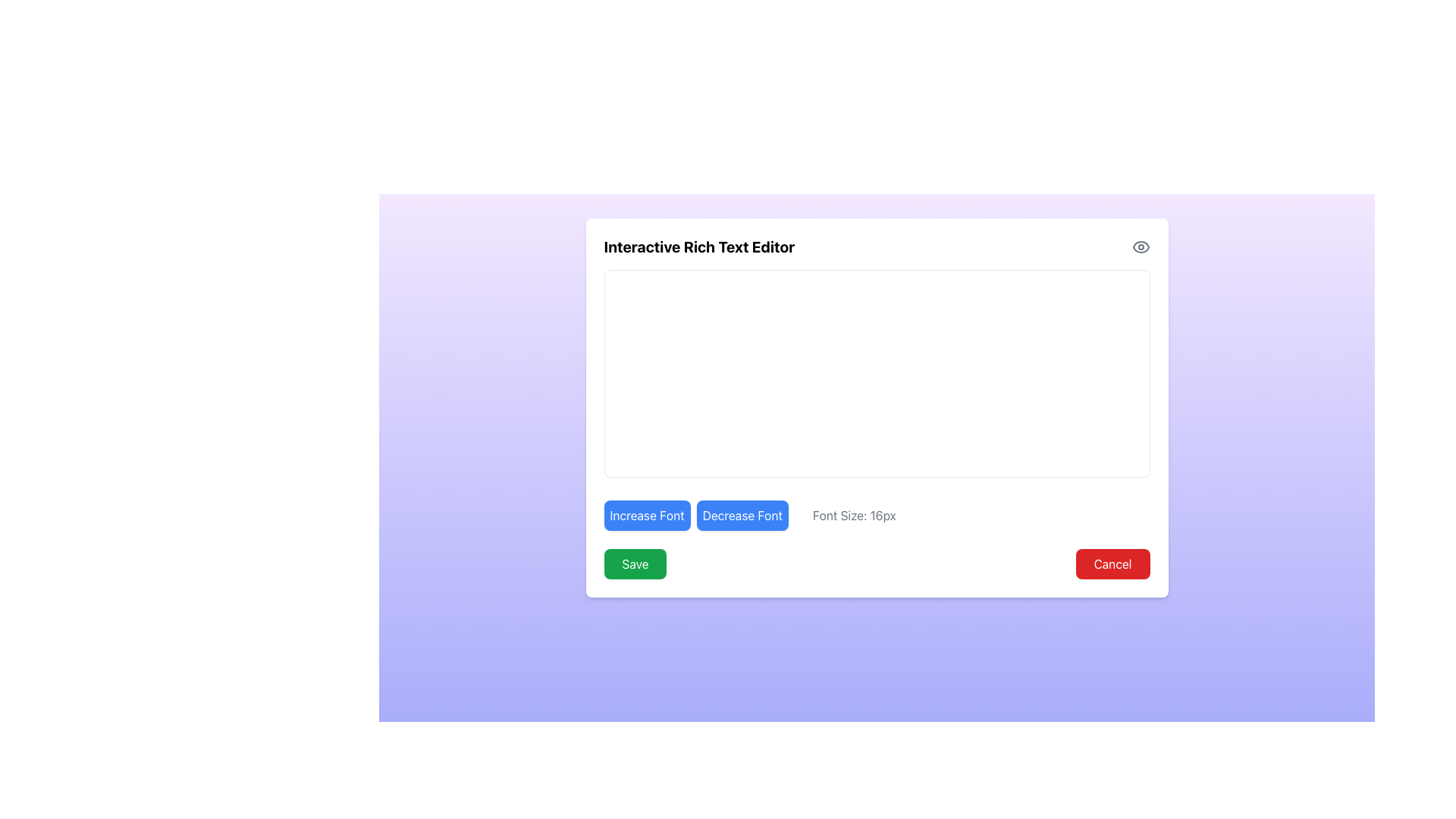 The width and height of the screenshot is (1456, 819). I want to click on the 'Decrease Font' button in the group of font size adjustment buttons located at the bottom left section of the text editor, so click(695, 514).